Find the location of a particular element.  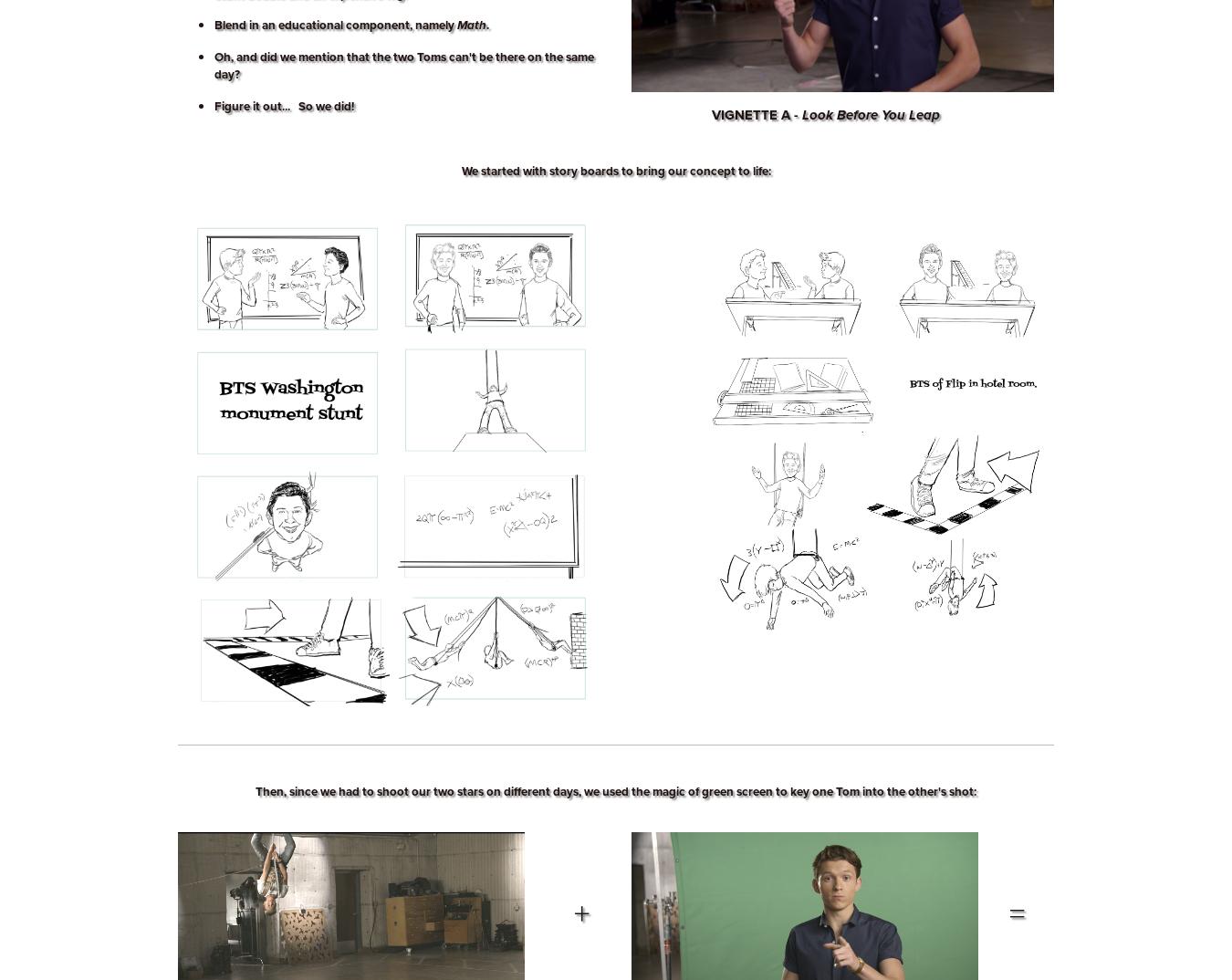

'+' is located at coordinates (555, 912).